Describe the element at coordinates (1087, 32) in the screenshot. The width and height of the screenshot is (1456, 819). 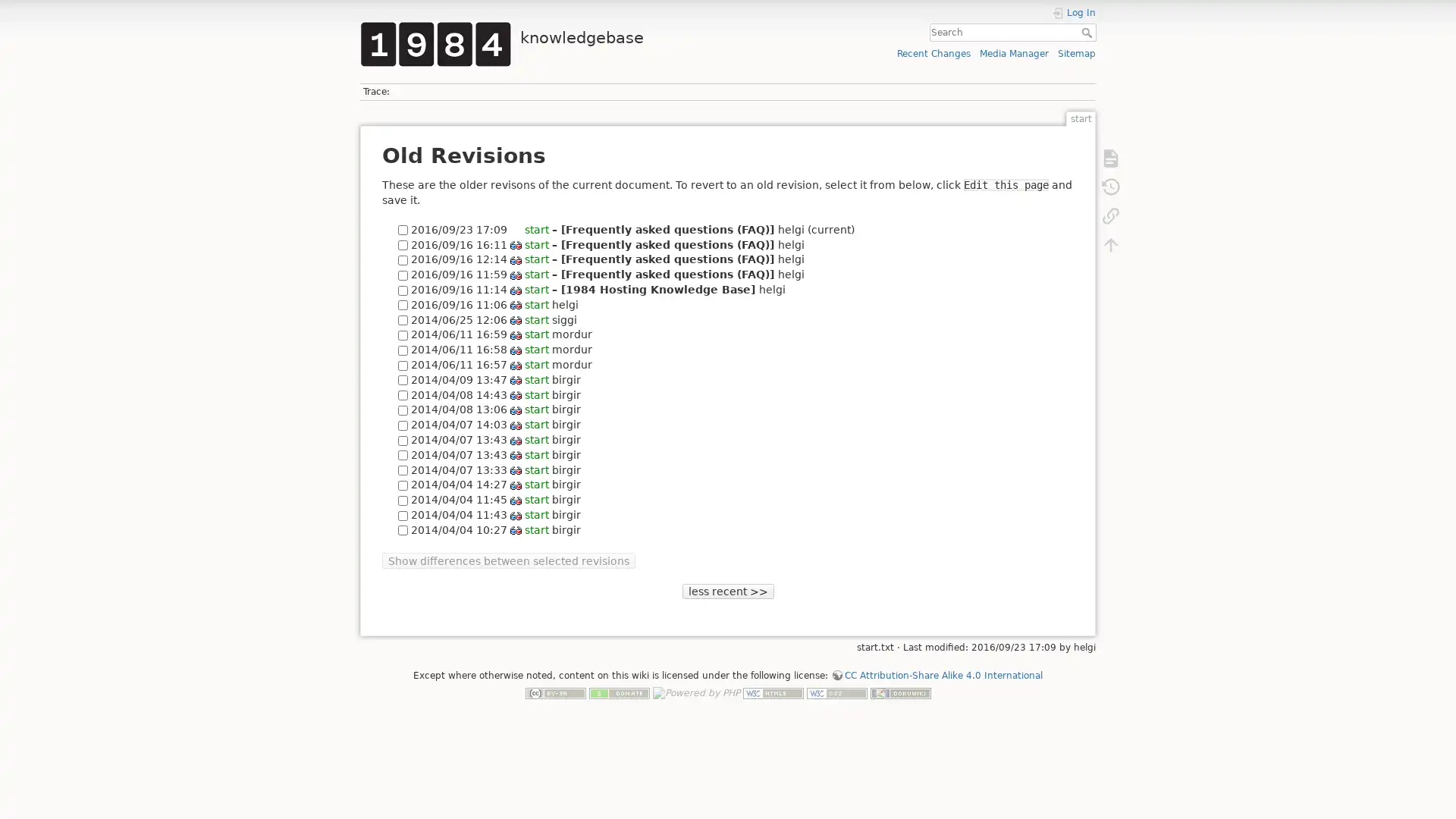
I see `Search` at that location.